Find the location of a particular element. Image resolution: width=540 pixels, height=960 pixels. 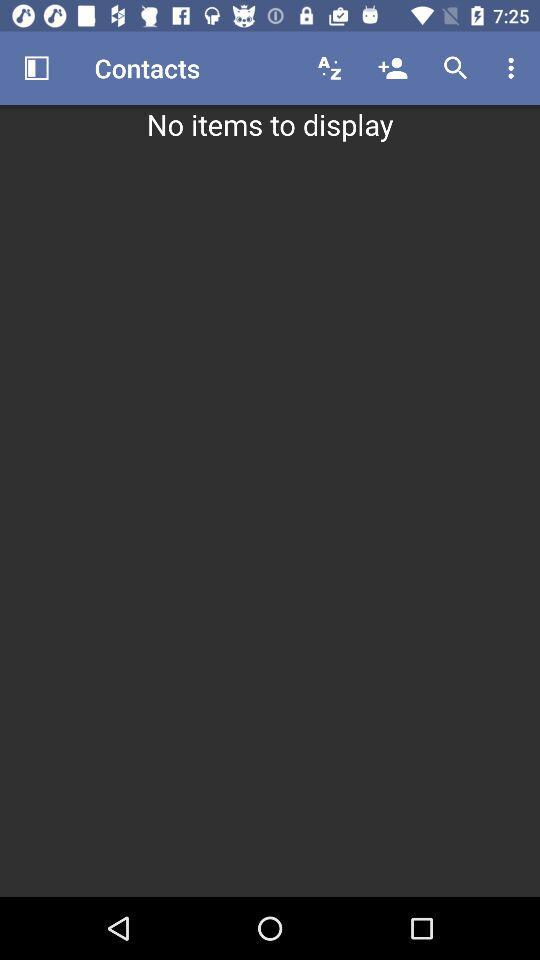

the icon above the no items to is located at coordinates (329, 68).